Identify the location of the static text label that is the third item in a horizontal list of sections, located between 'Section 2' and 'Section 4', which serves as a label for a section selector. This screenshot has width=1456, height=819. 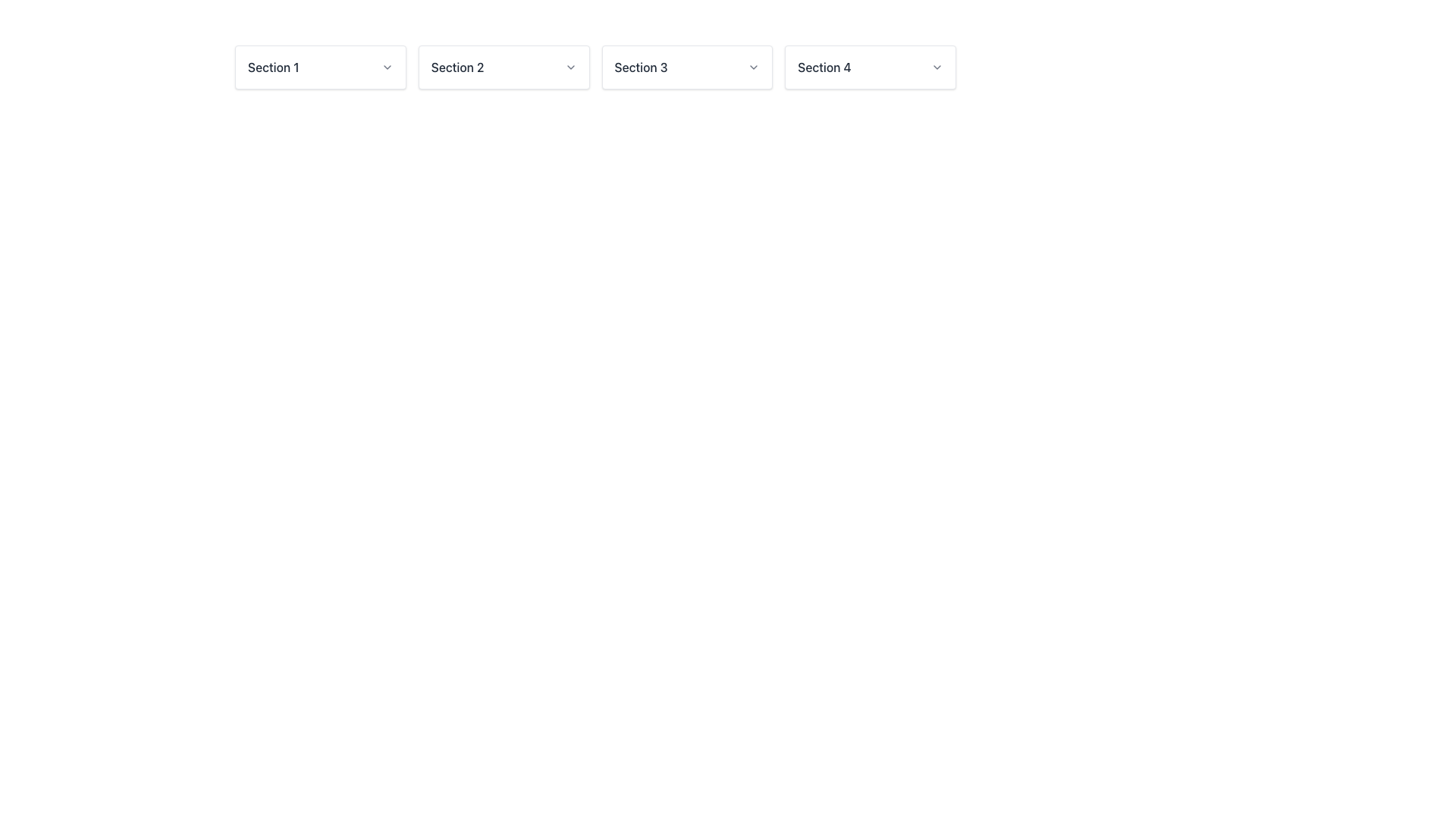
(641, 66).